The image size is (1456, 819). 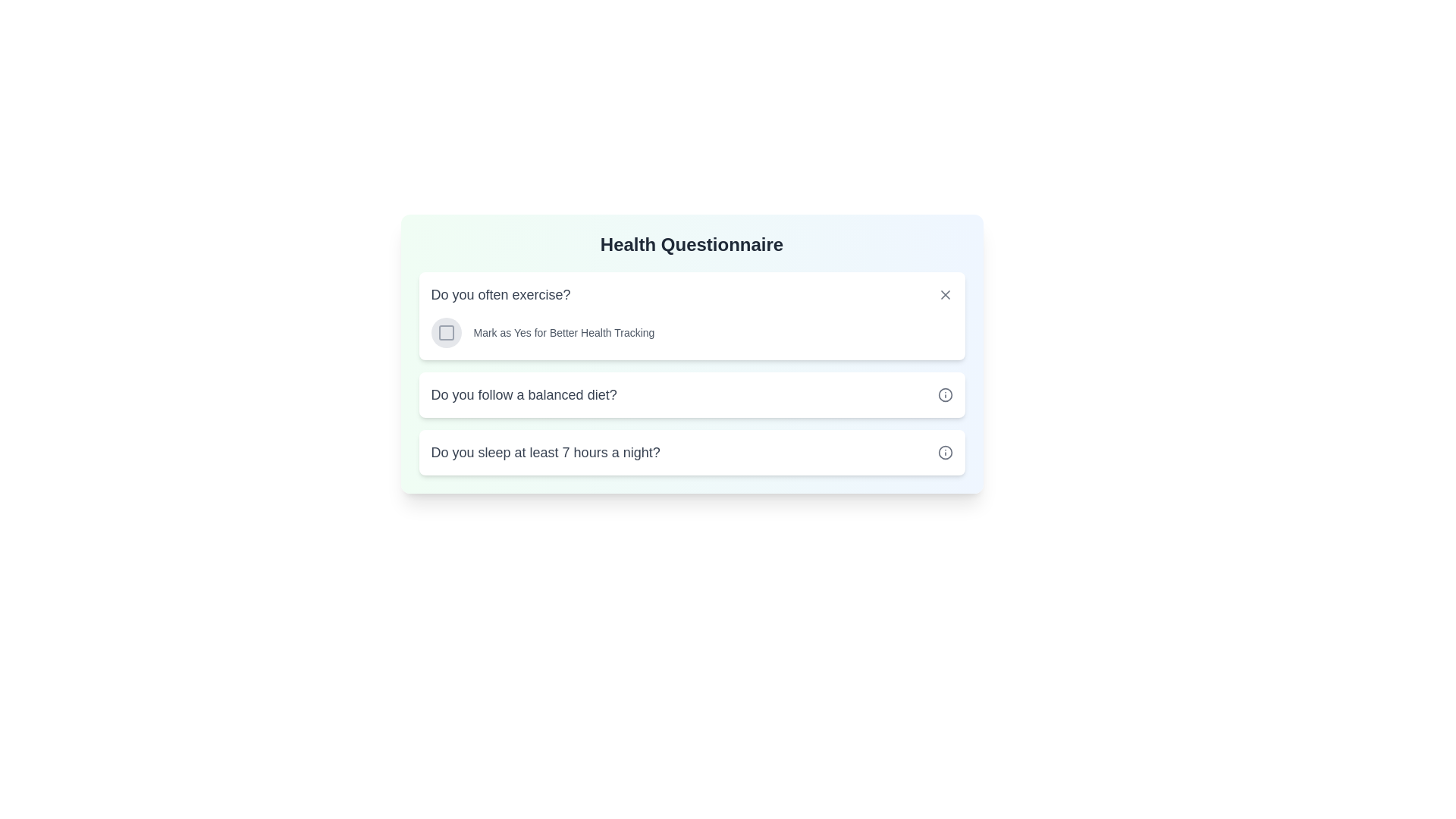 I want to click on the small, square-shaped 'X' button in the top-right corner of the question block titled 'Do you often exercise?', so click(x=944, y=295).